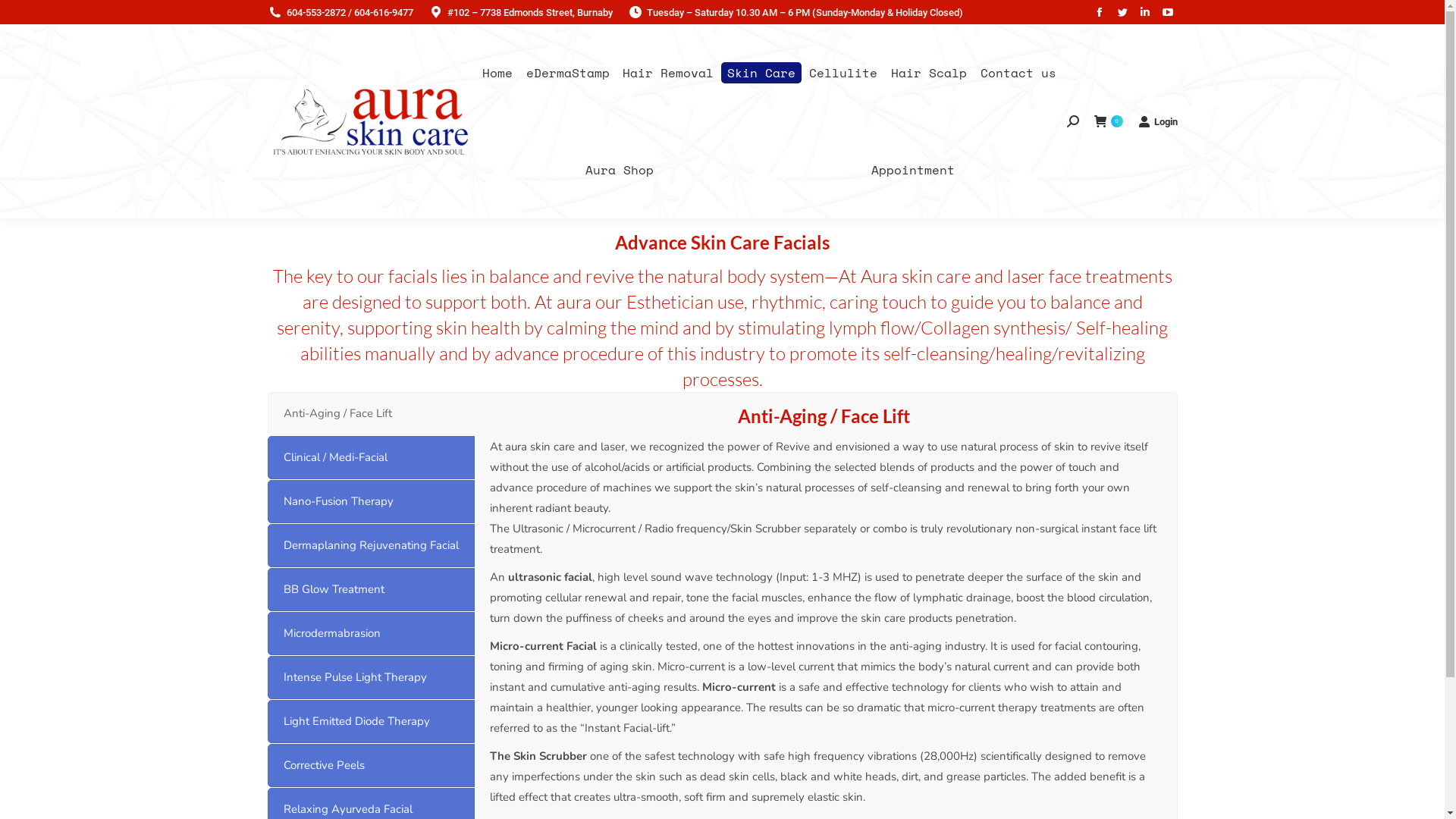 The width and height of the screenshot is (1456, 819). What do you see at coordinates (1137, 121) in the screenshot?
I see `'Login'` at bounding box center [1137, 121].